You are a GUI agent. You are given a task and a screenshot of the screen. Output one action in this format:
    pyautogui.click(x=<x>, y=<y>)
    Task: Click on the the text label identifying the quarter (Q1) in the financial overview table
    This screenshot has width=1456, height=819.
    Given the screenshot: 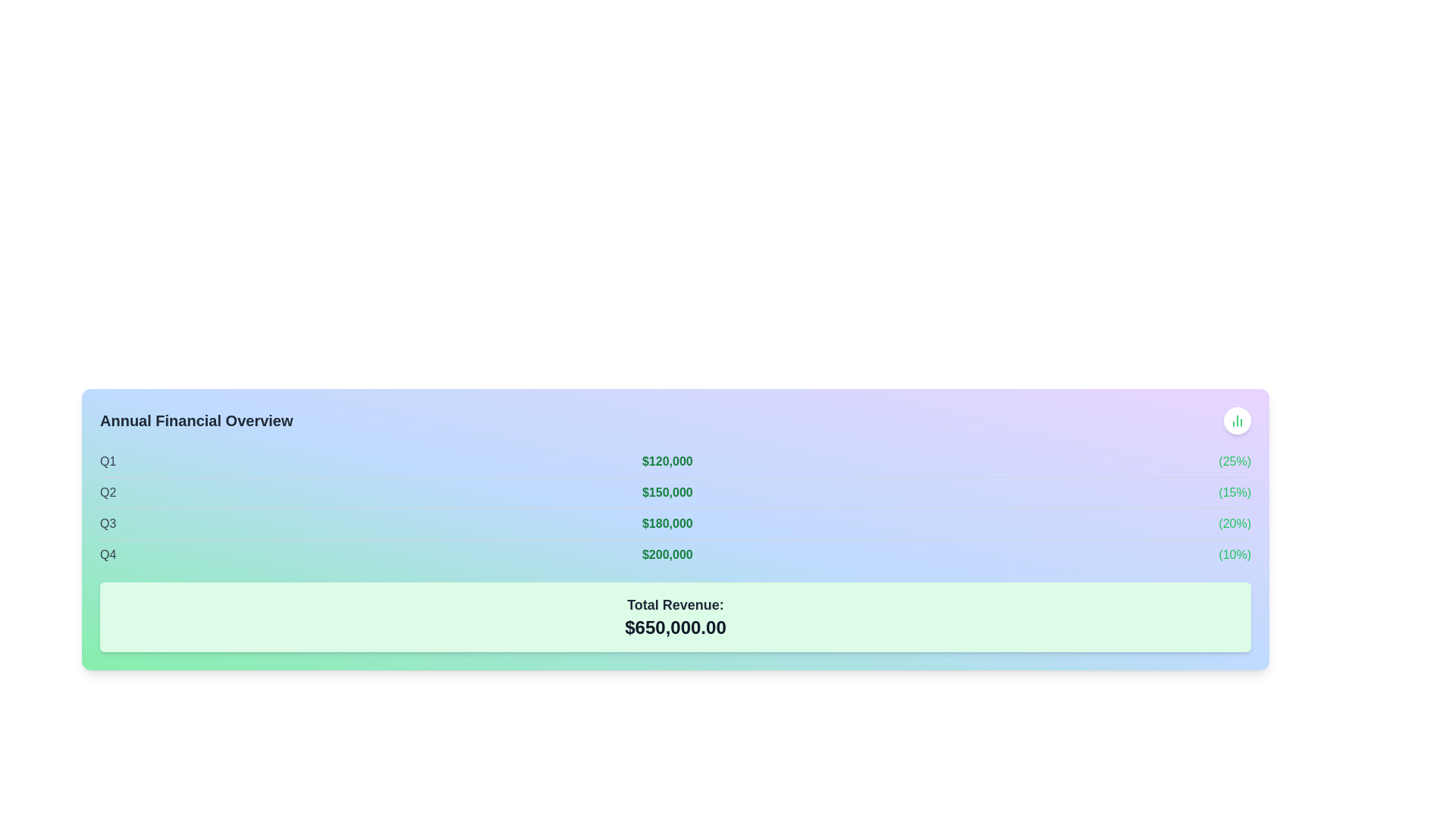 What is the action you would take?
    pyautogui.click(x=107, y=461)
    